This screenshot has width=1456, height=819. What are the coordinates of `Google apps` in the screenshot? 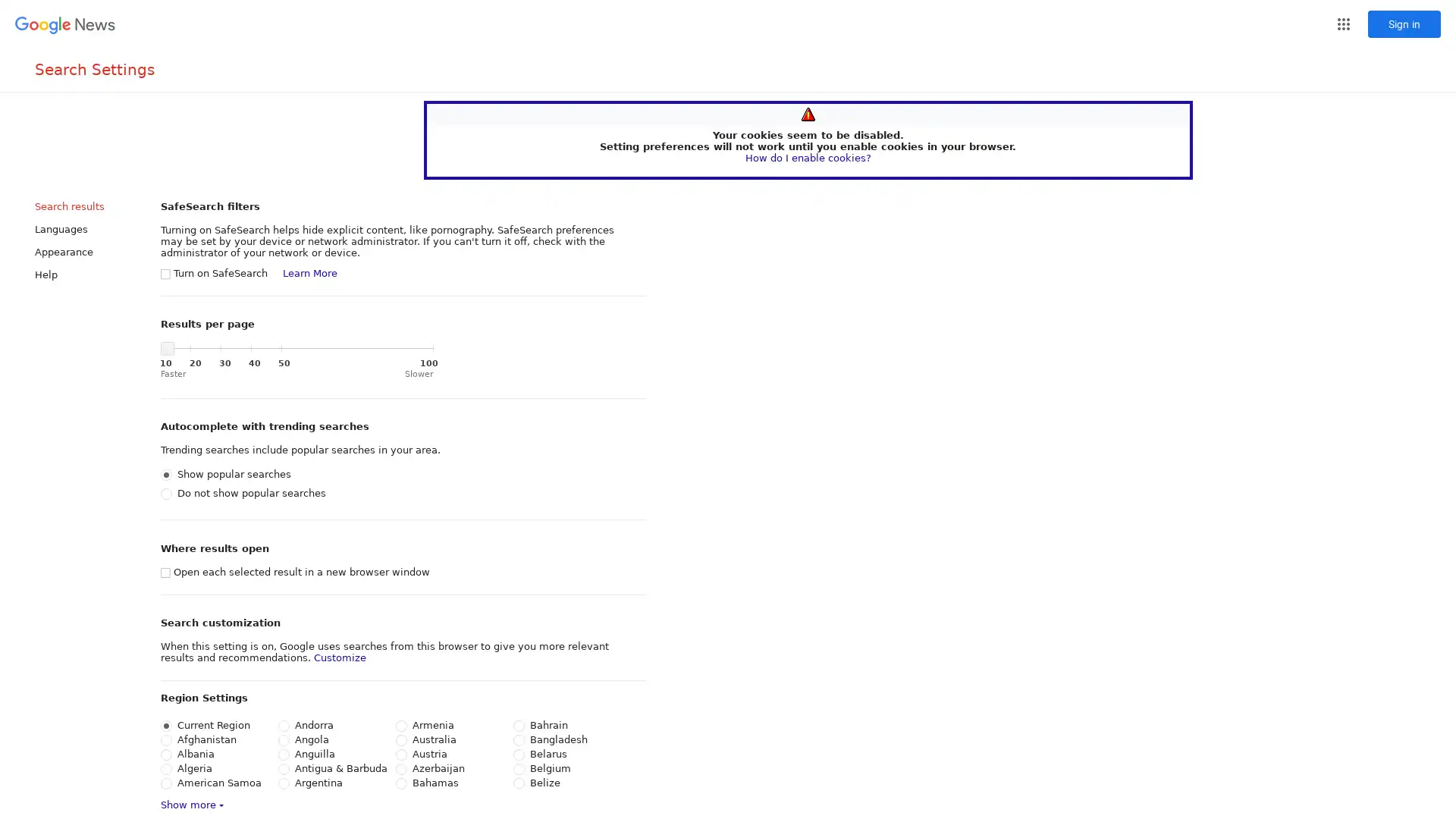 It's located at (1343, 24).